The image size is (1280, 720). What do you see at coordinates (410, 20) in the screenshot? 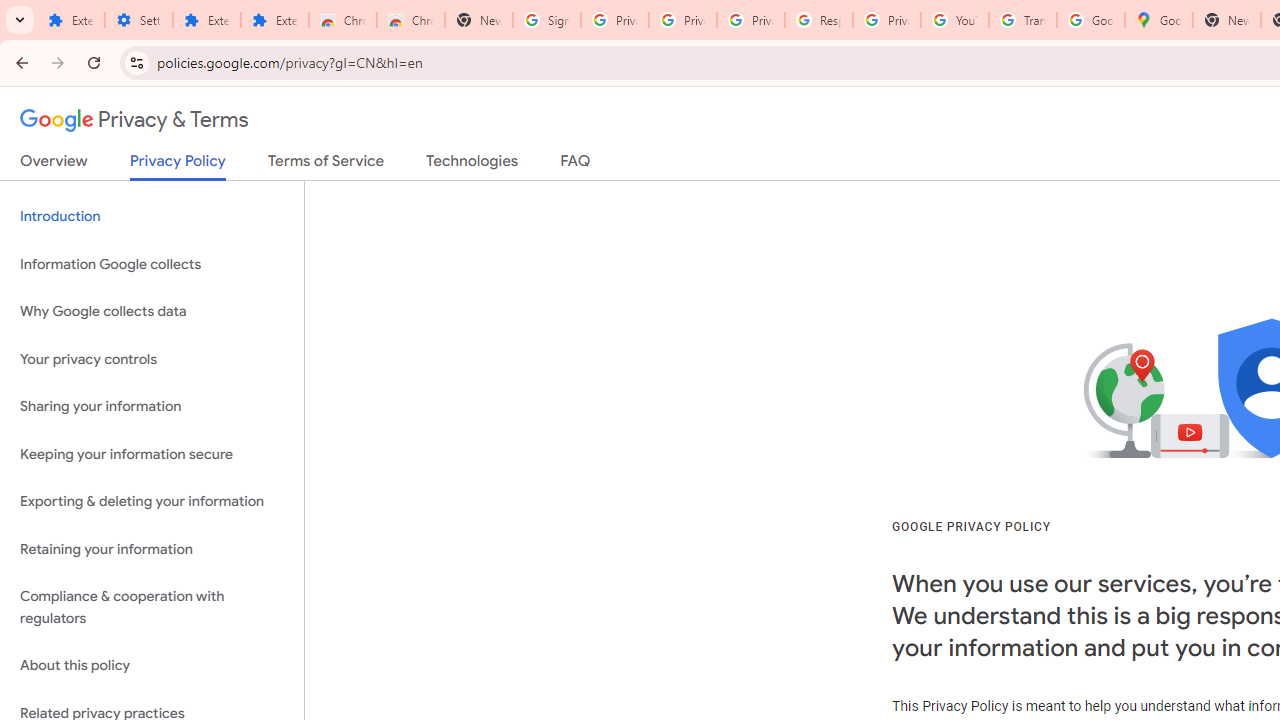
I see `'Chrome Web Store - Themes'` at bounding box center [410, 20].